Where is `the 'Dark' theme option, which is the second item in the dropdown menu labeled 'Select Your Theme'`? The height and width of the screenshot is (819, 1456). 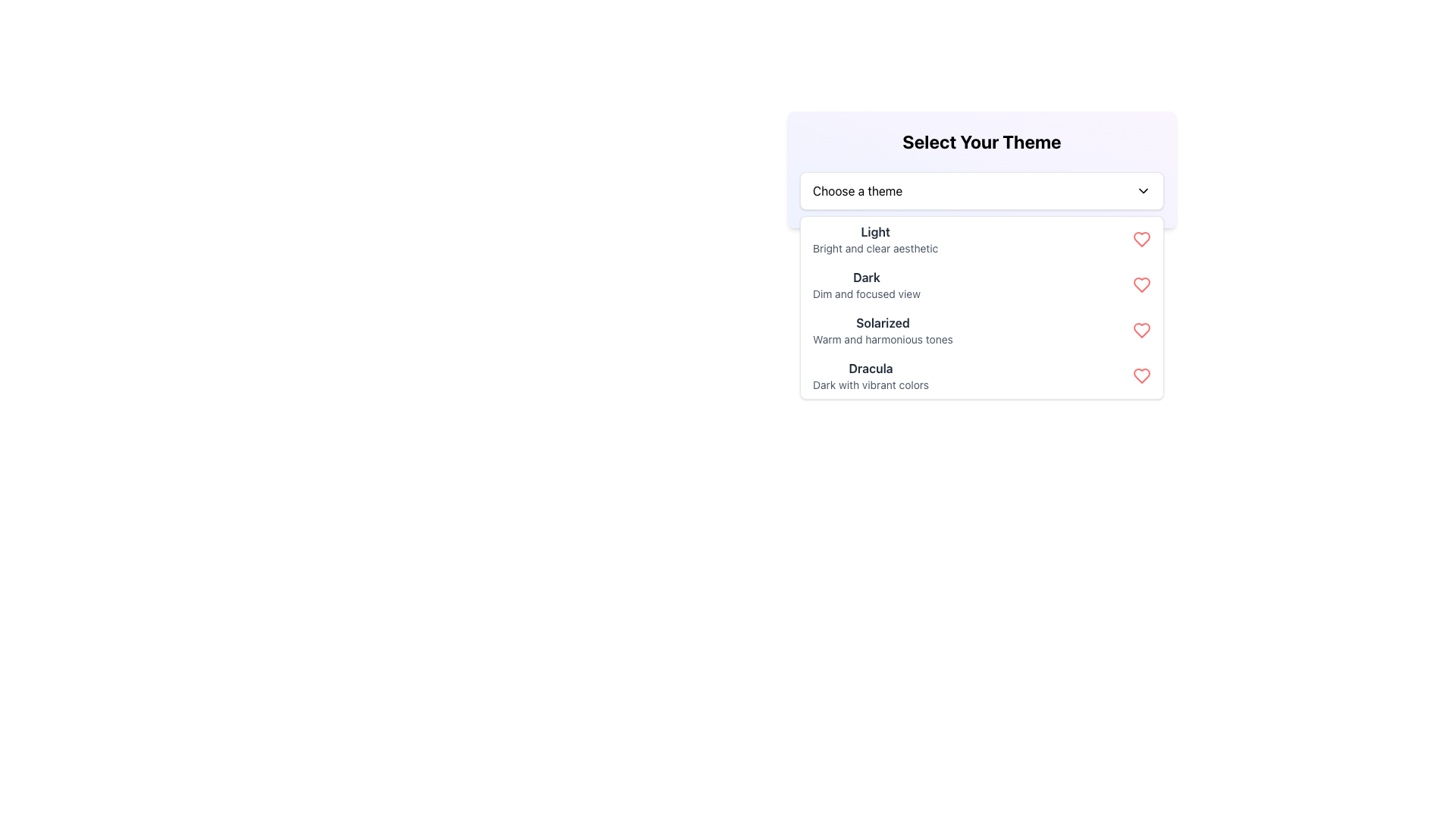
the 'Dark' theme option, which is the second item in the dropdown menu labeled 'Select Your Theme' is located at coordinates (982, 284).